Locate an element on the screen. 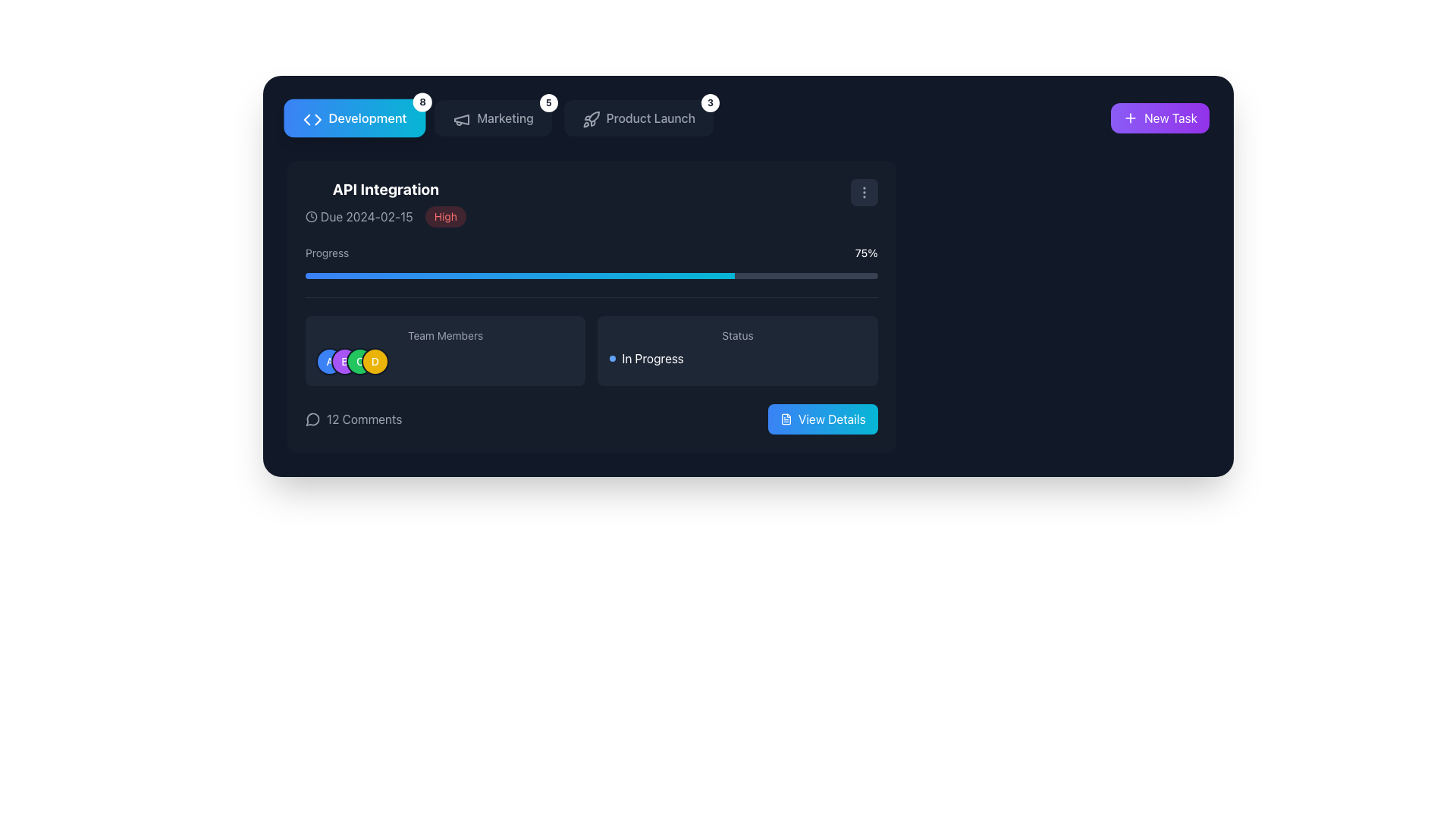  a section of the navigation bar is located at coordinates (748, 117).